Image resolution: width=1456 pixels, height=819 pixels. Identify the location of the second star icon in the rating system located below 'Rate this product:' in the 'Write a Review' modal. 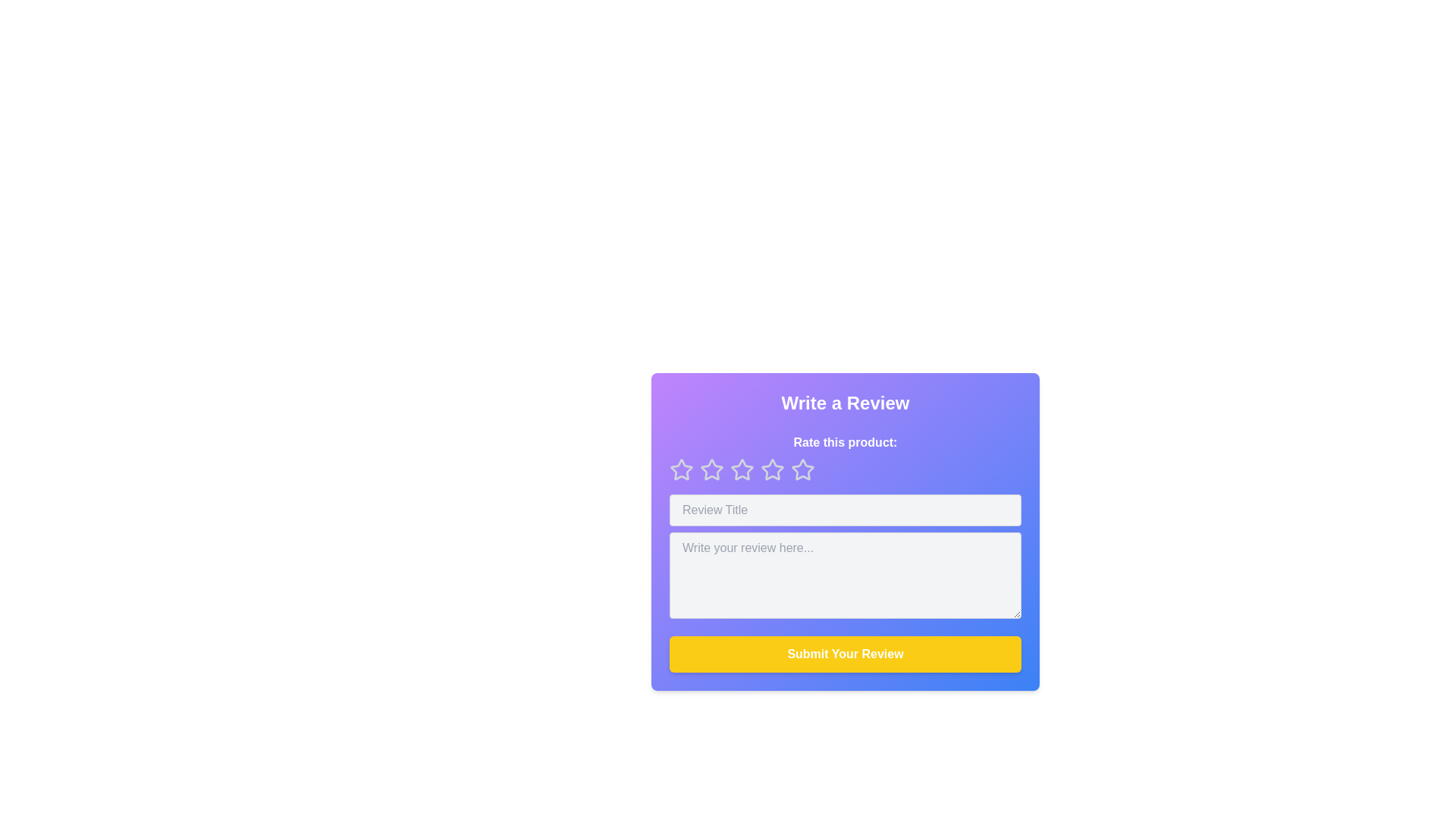
(742, 469).